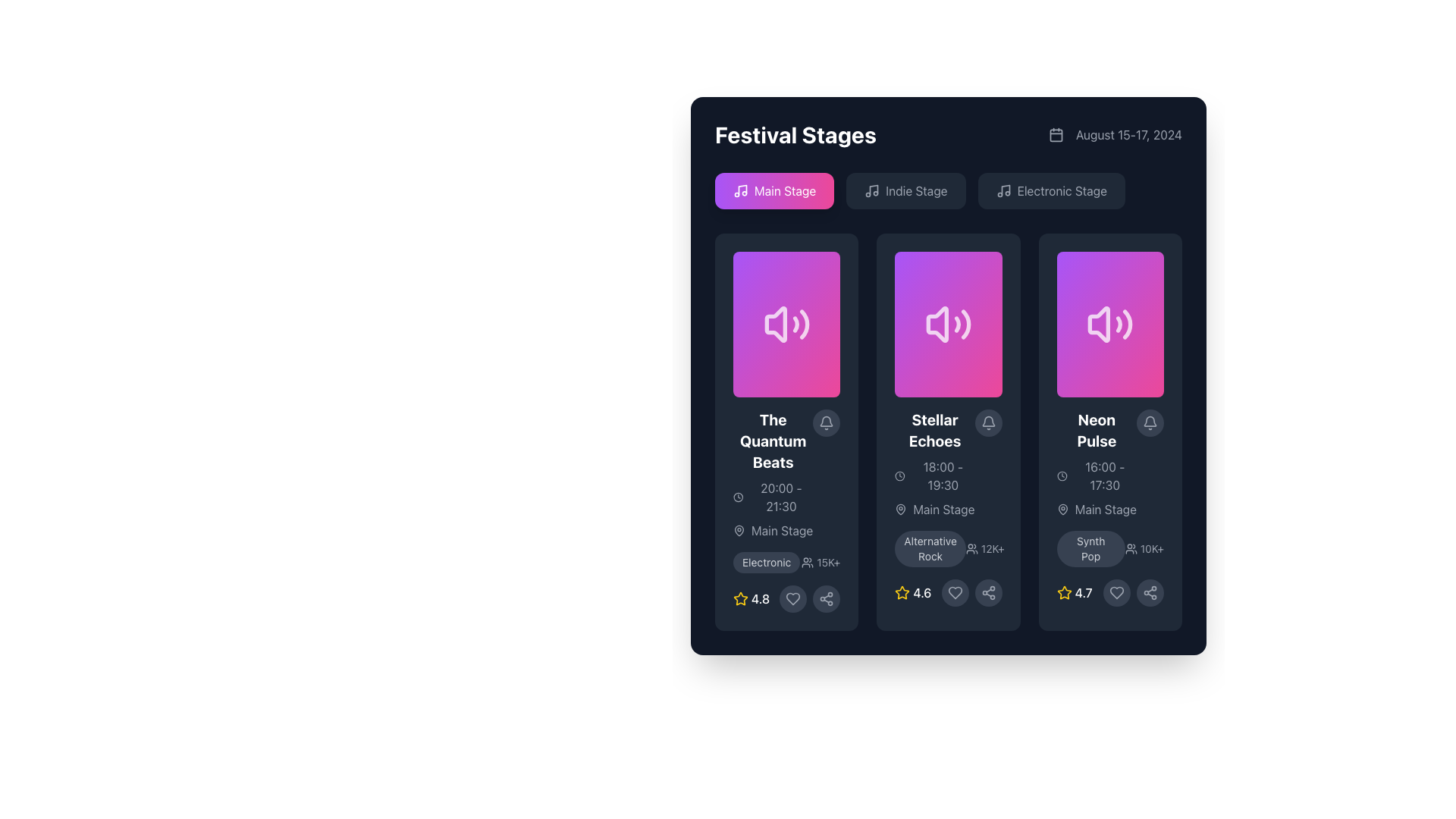 The width and height of the screenshot is (1456, 819). What do you see at coordinates (767, 562) in the screenshot?
I see `the pill-shaped button labeled 'Electronic' with a medium gray background, located at the lower part of the first card in a grid of three cards` at bounding box center [767, 562].